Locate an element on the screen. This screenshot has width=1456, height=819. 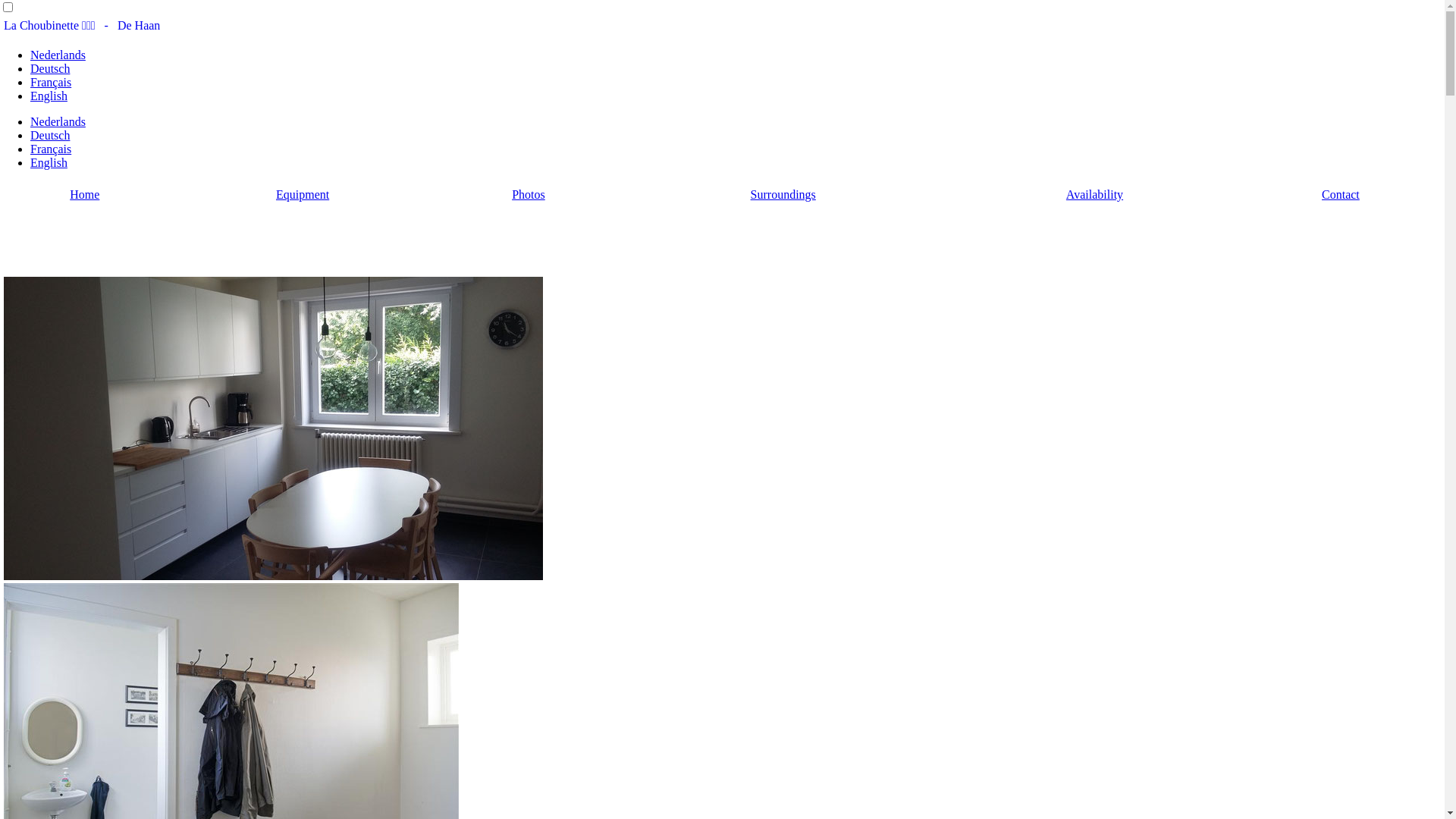
'Home' is located at coordinates (83, 193).